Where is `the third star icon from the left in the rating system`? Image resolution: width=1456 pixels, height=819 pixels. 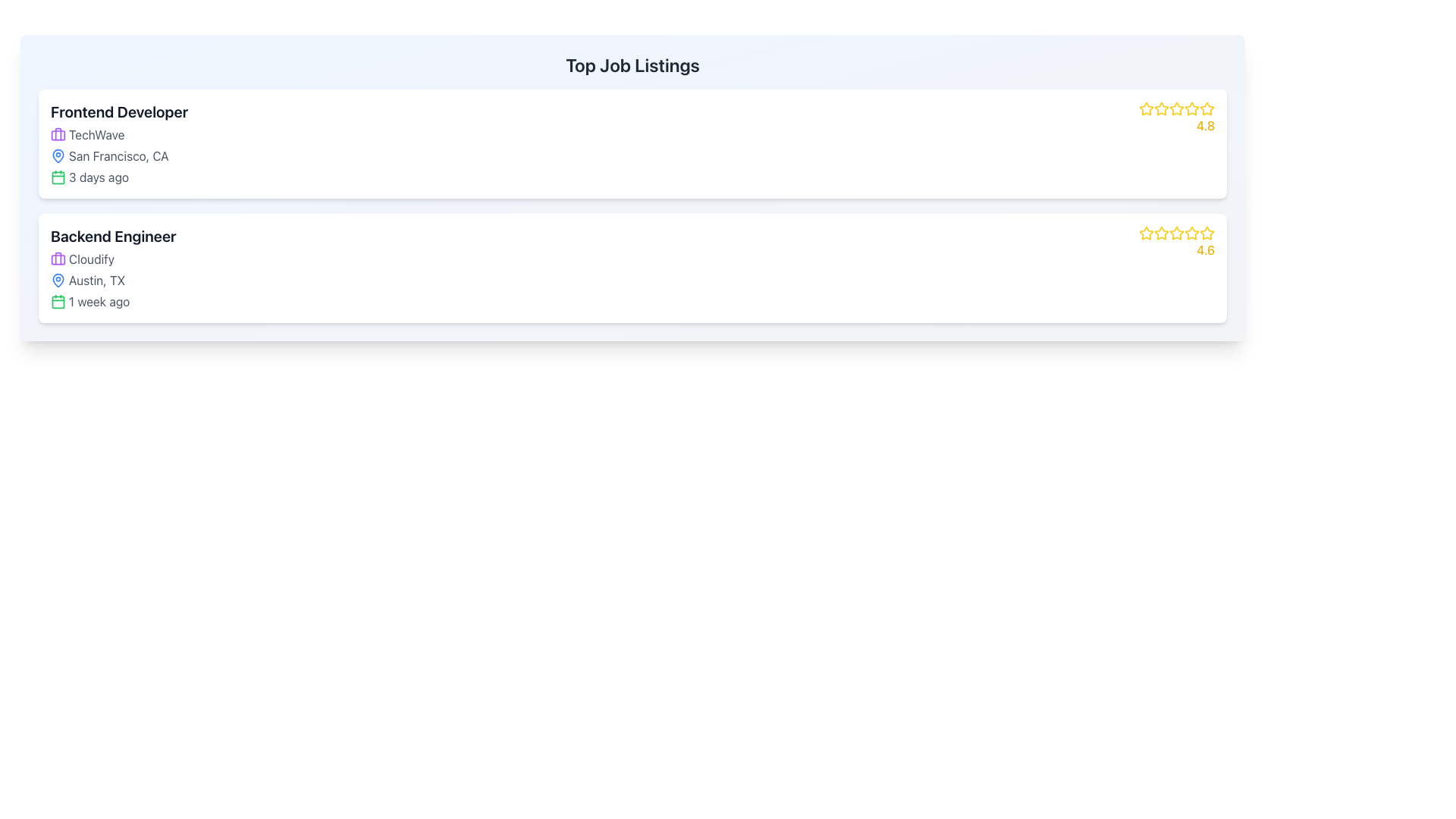
the third star icon from the left in the rating system is located at coordinates (1160, 108).